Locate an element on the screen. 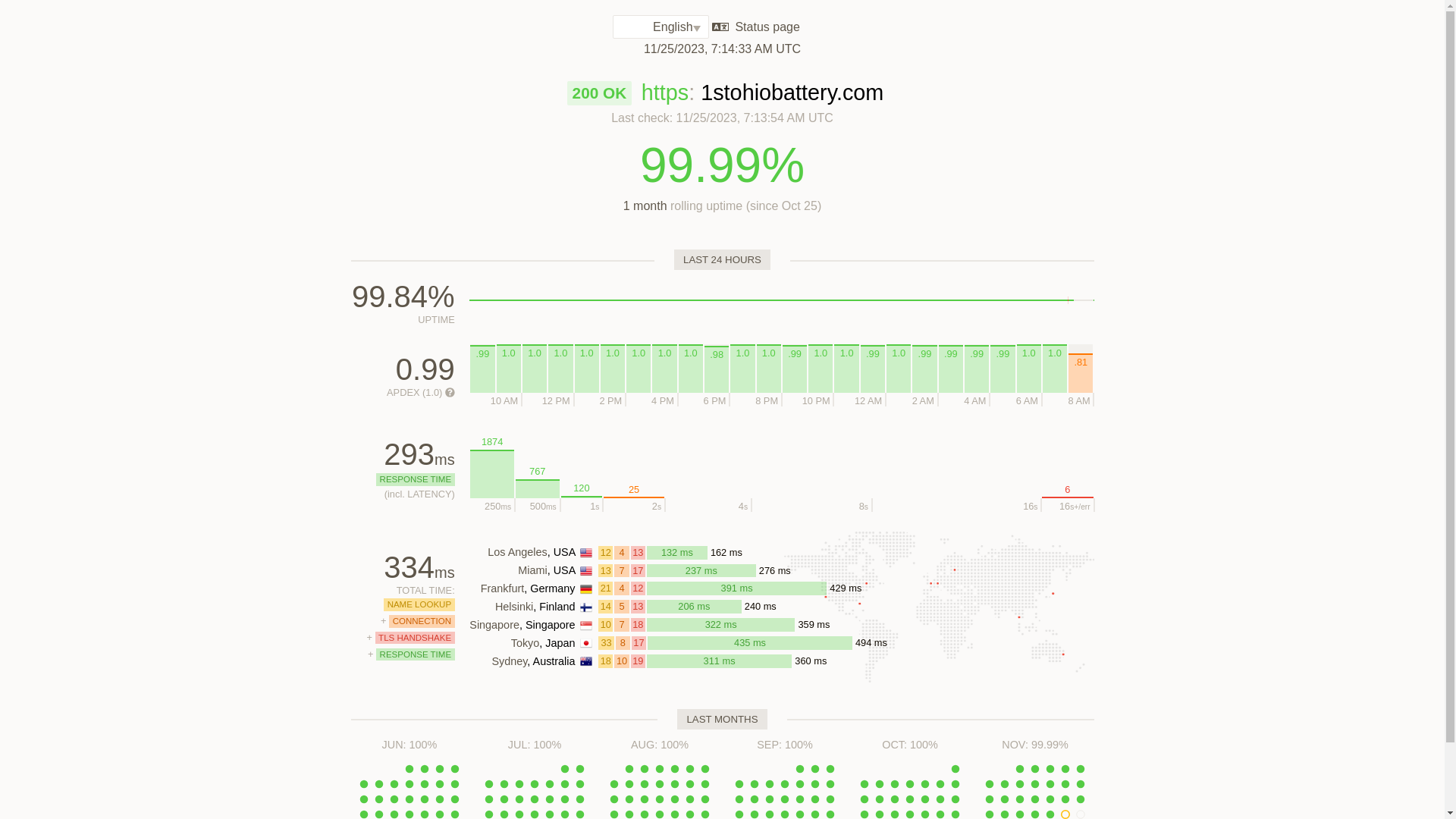 The image size is (1456, 819). '<small>Sep 10:</small> No downtime' is located at coordinates (829, 783).